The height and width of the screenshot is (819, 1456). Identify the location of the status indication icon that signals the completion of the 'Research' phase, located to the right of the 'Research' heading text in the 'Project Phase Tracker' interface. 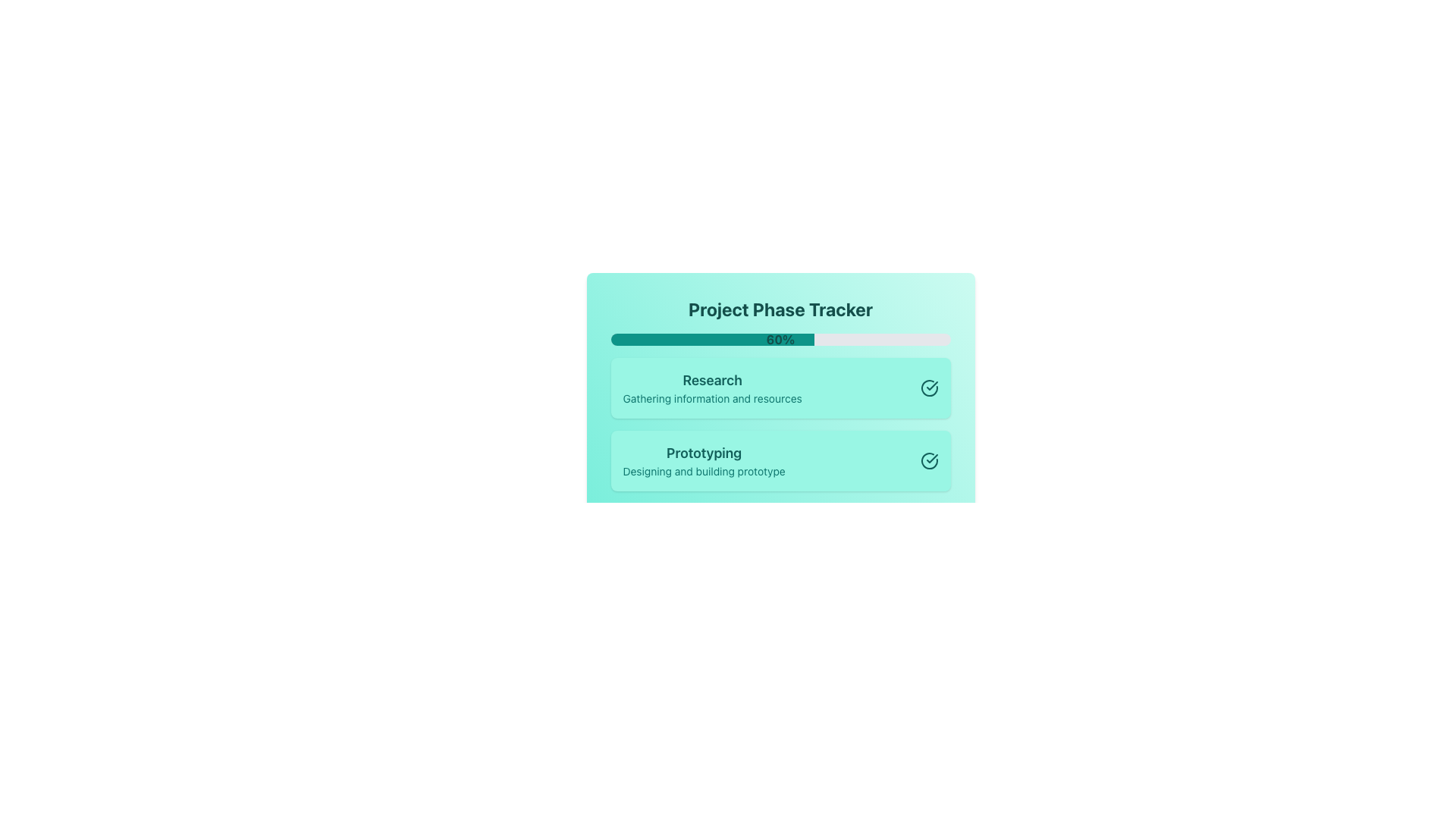
(928, 388).